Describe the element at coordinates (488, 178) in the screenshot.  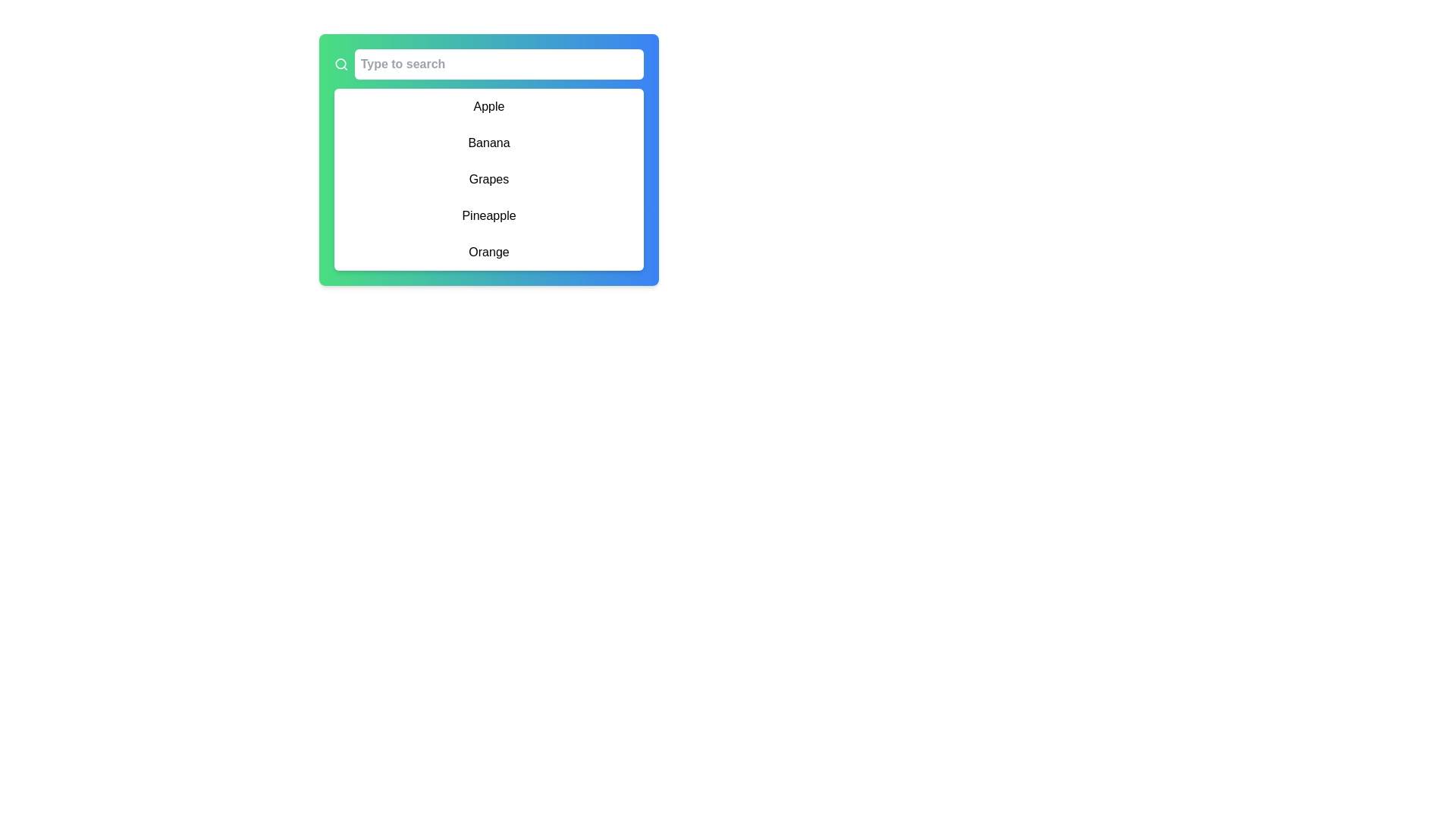
I see `the 'Grapes' text label element` at that location.